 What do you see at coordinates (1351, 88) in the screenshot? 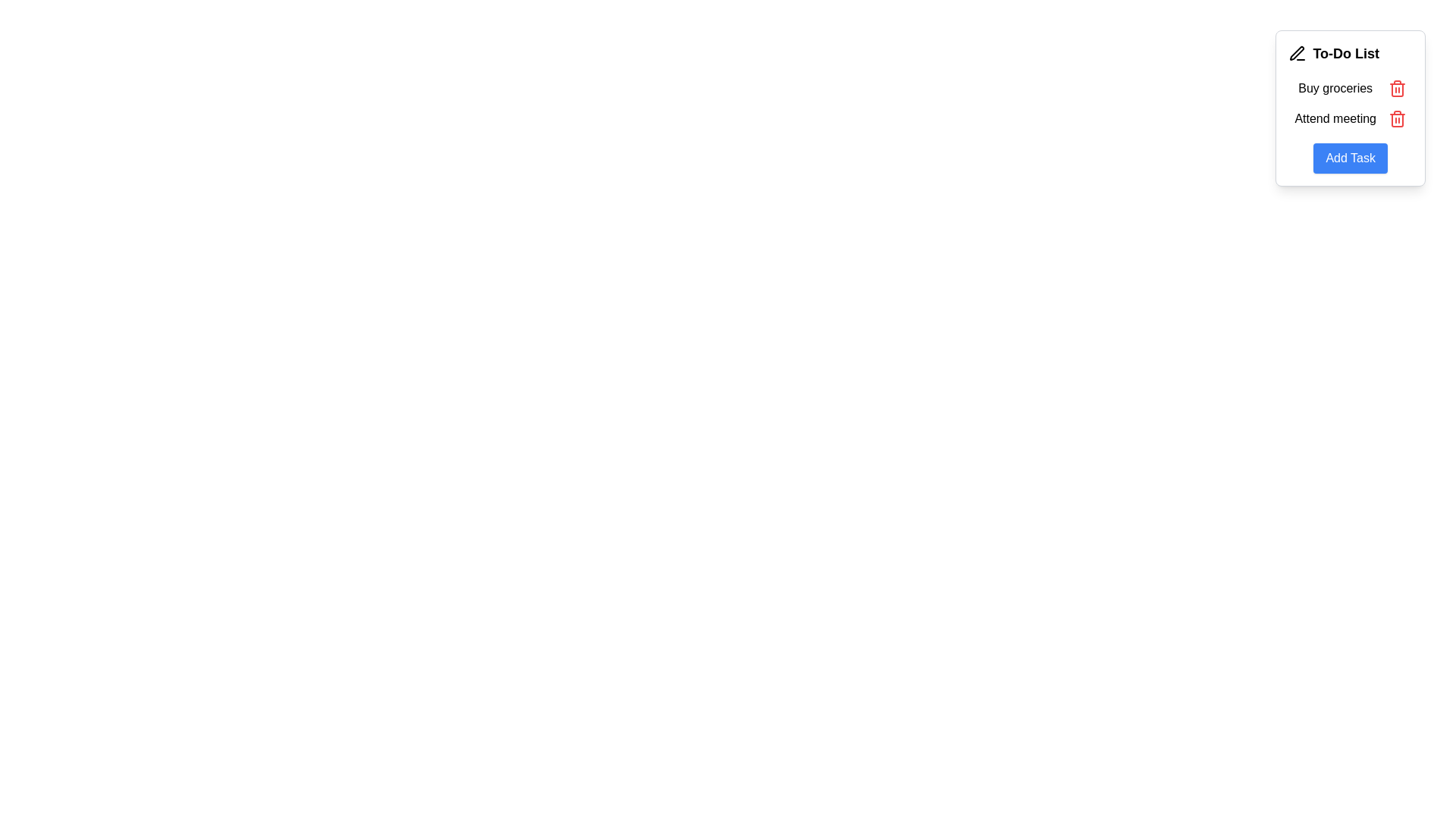
I see `the first task label in the to-do list` at bounding box center [1351, 88].